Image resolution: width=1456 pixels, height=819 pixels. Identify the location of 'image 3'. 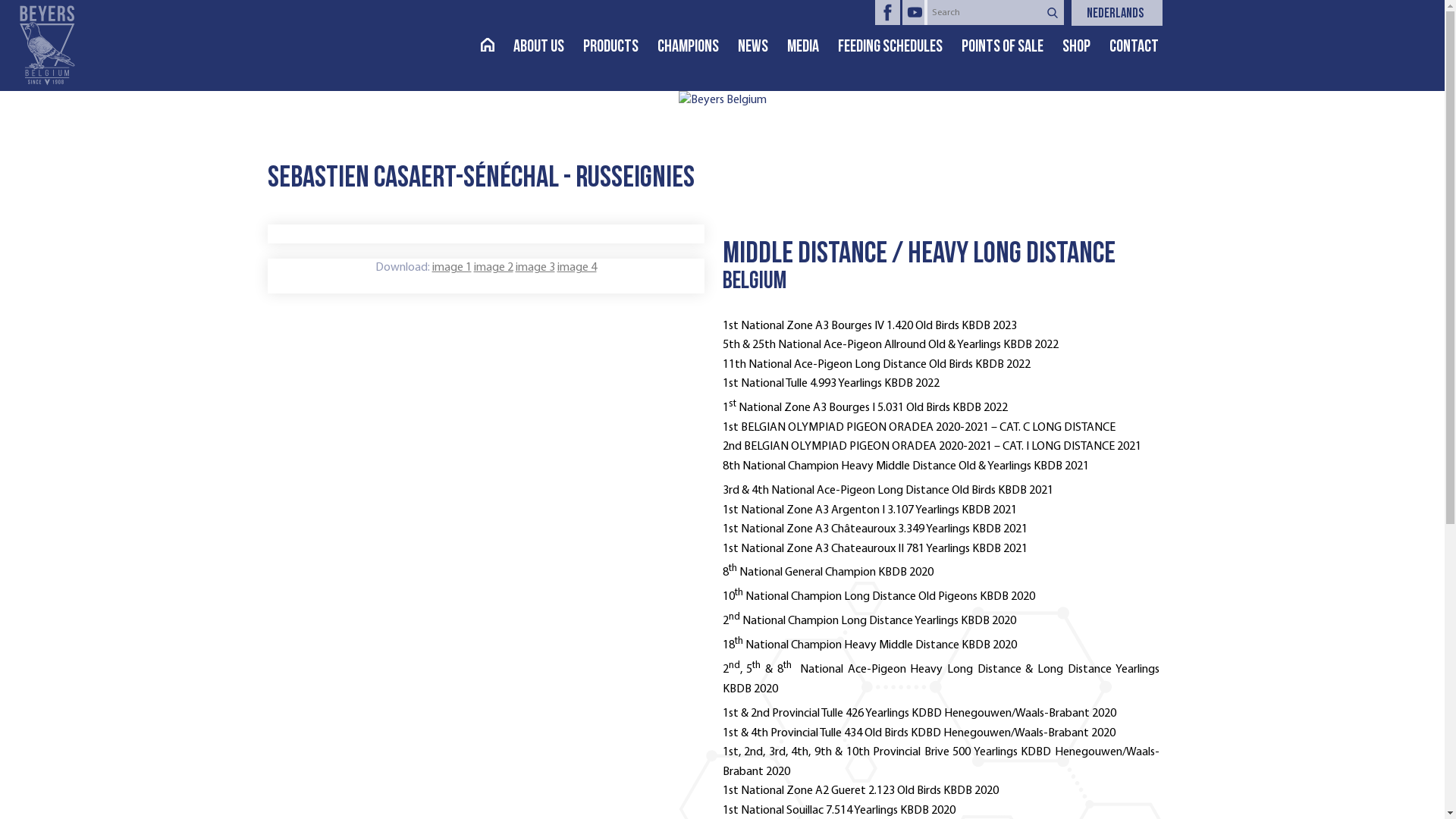
(535, 267).